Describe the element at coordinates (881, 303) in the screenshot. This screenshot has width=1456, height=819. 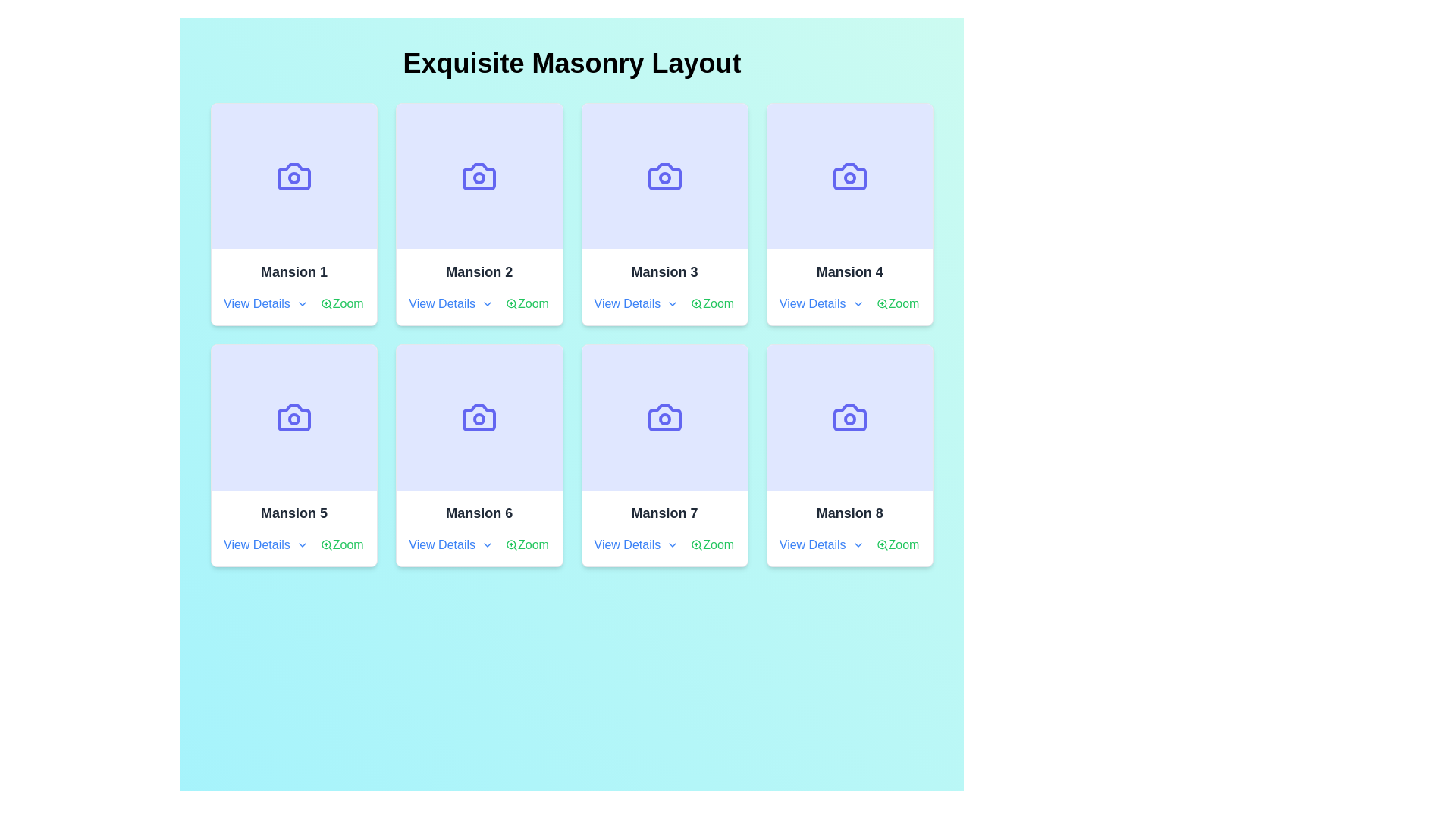
I see `circular part of the magnifying glass symbol in the zoom control icon associated with the 'Mansion 4' card, located in the fourth column of the first row, using browser developer tools` at that location.